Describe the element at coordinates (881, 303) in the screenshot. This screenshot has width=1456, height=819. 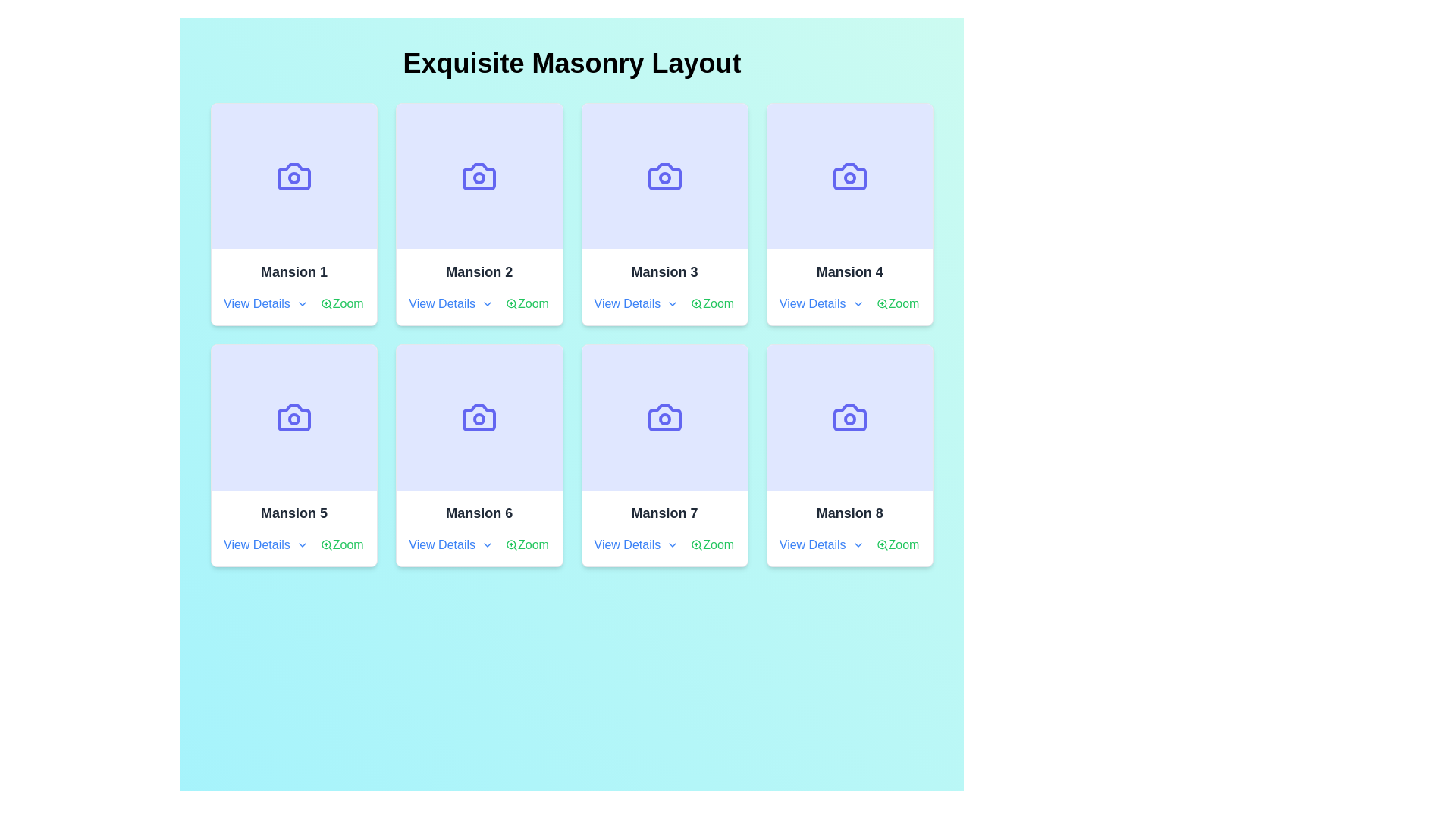
I see `circular part of the magnifying glass symbol in the zoom control icon associated with the 'Mansion 4' card, located in the fourth column of the first row, using browser developer tools` at that location.